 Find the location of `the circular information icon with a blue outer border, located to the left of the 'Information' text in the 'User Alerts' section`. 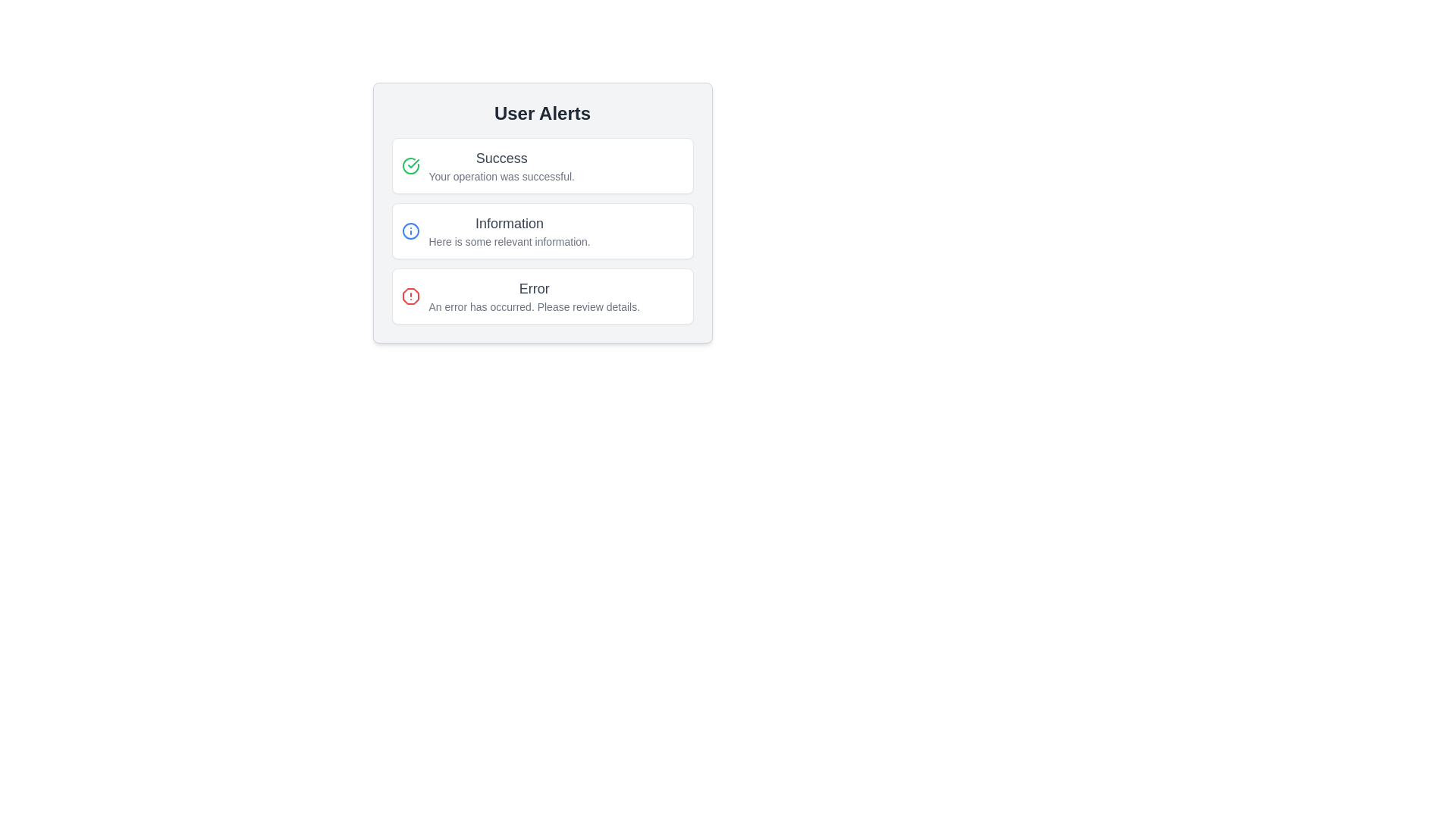

the circular information icon with a blue outer border, located to the left of the 'Information' text in the 'User Alerts' section is located at coordinates (410, 231).